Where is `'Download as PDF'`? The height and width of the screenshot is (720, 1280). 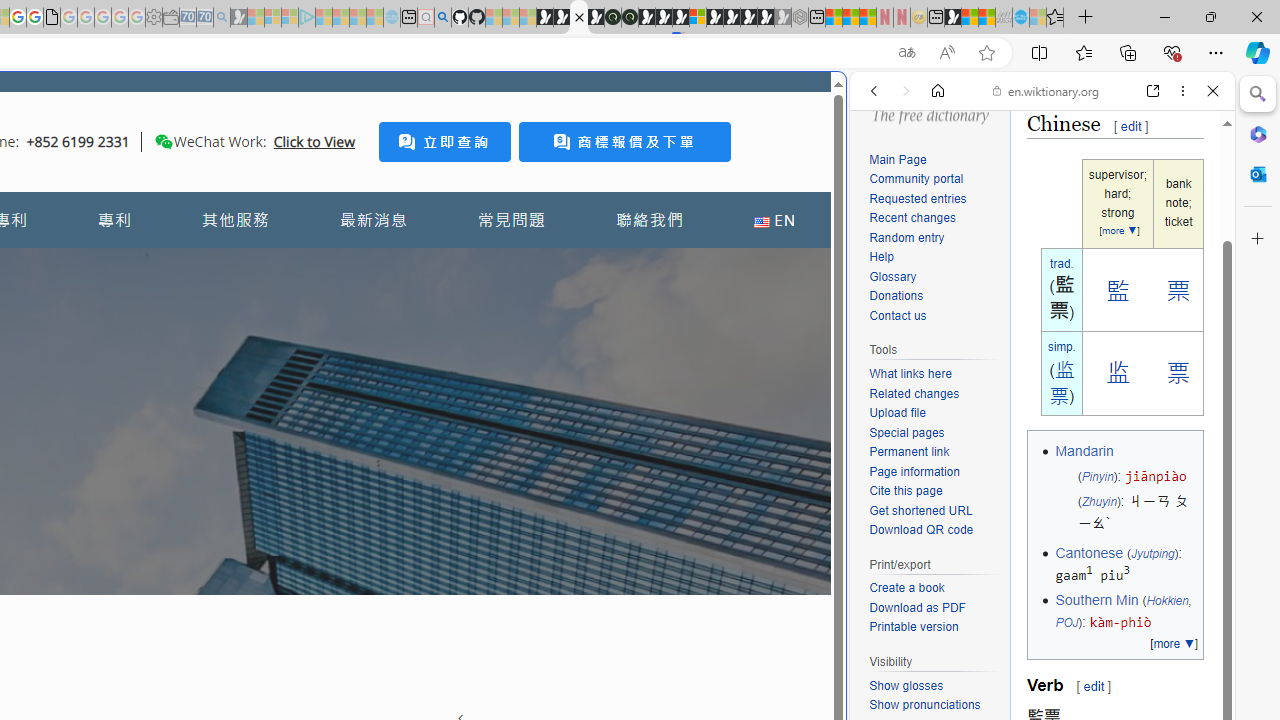
'Download as PDF' is located at coordinates (934, 607).